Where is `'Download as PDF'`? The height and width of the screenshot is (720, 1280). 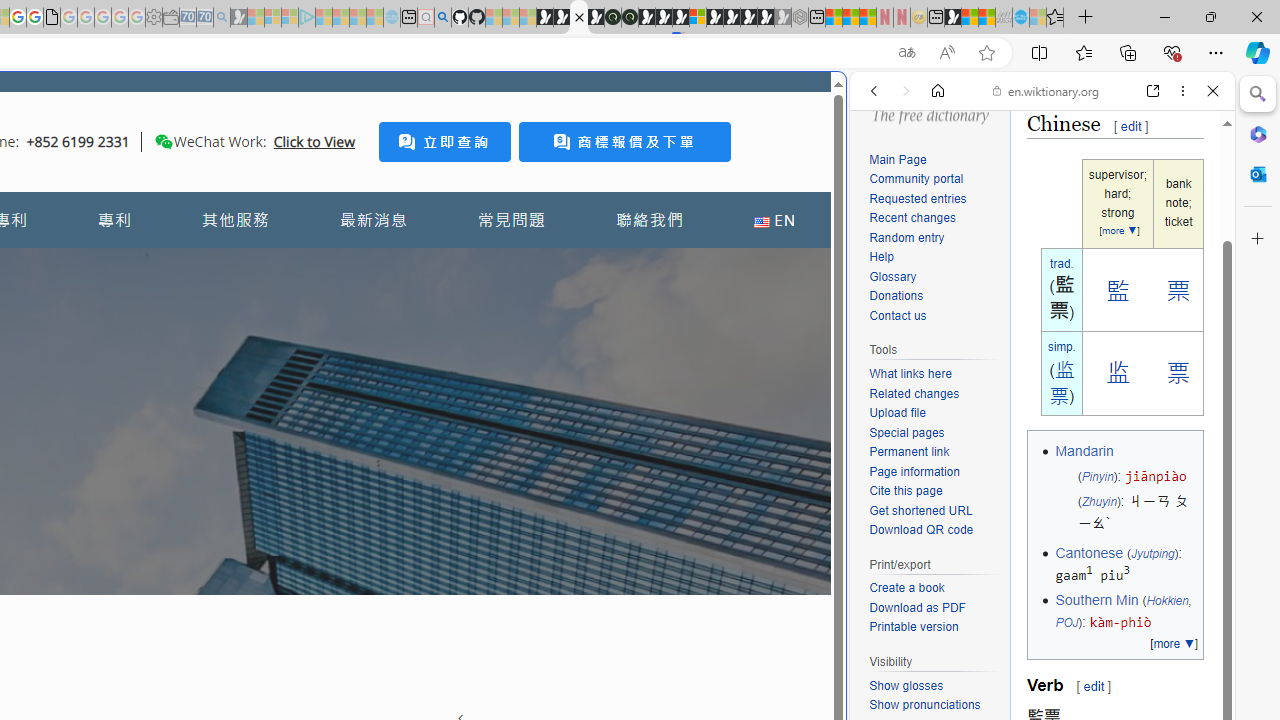
'Download as PDF' is located at coordinates (934, 607).